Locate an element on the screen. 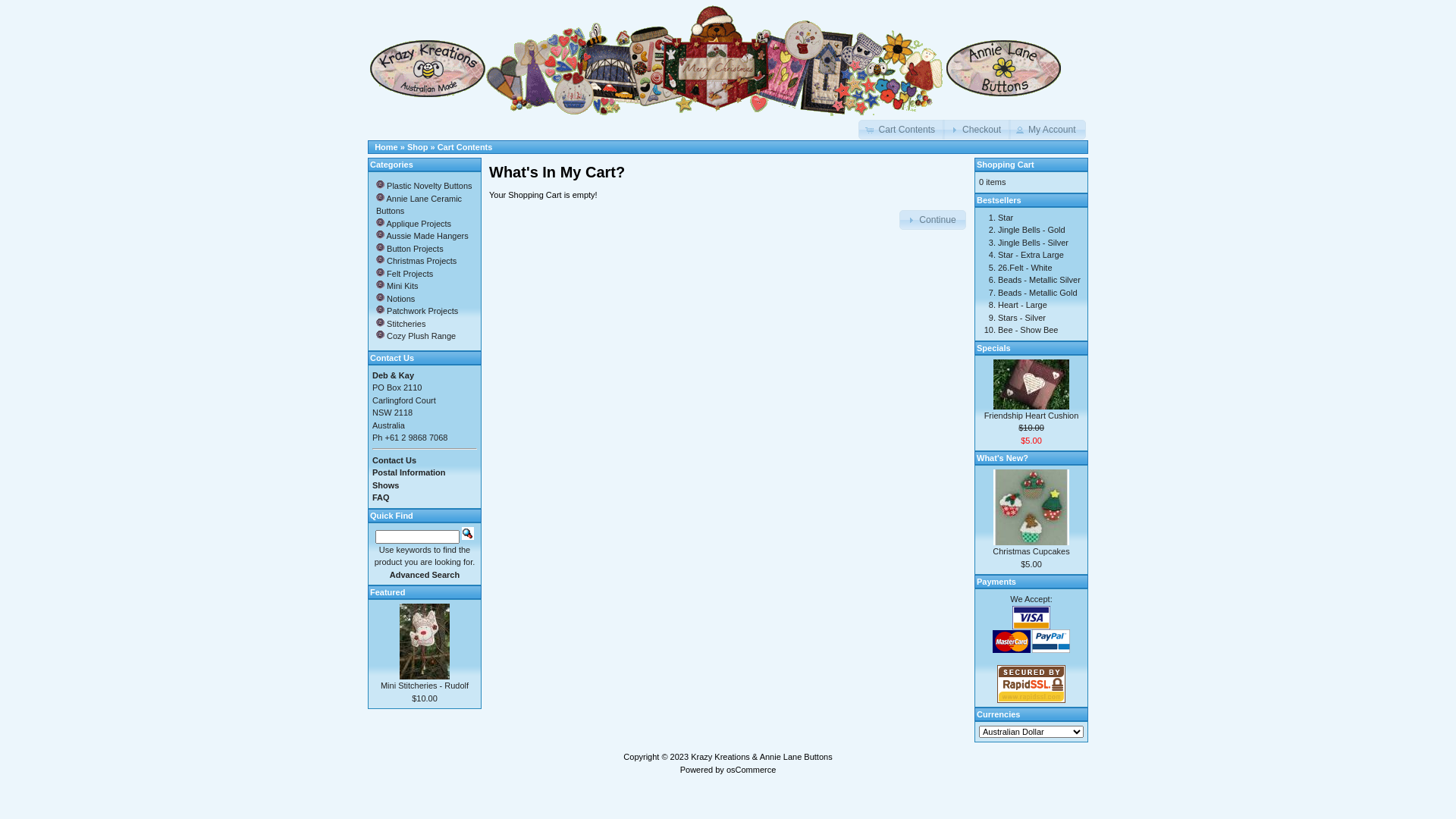 Image resolution: width=1456 pixels, height=819 pixels. ' Cozy Plush Range' is located at coordinates (416, 335).